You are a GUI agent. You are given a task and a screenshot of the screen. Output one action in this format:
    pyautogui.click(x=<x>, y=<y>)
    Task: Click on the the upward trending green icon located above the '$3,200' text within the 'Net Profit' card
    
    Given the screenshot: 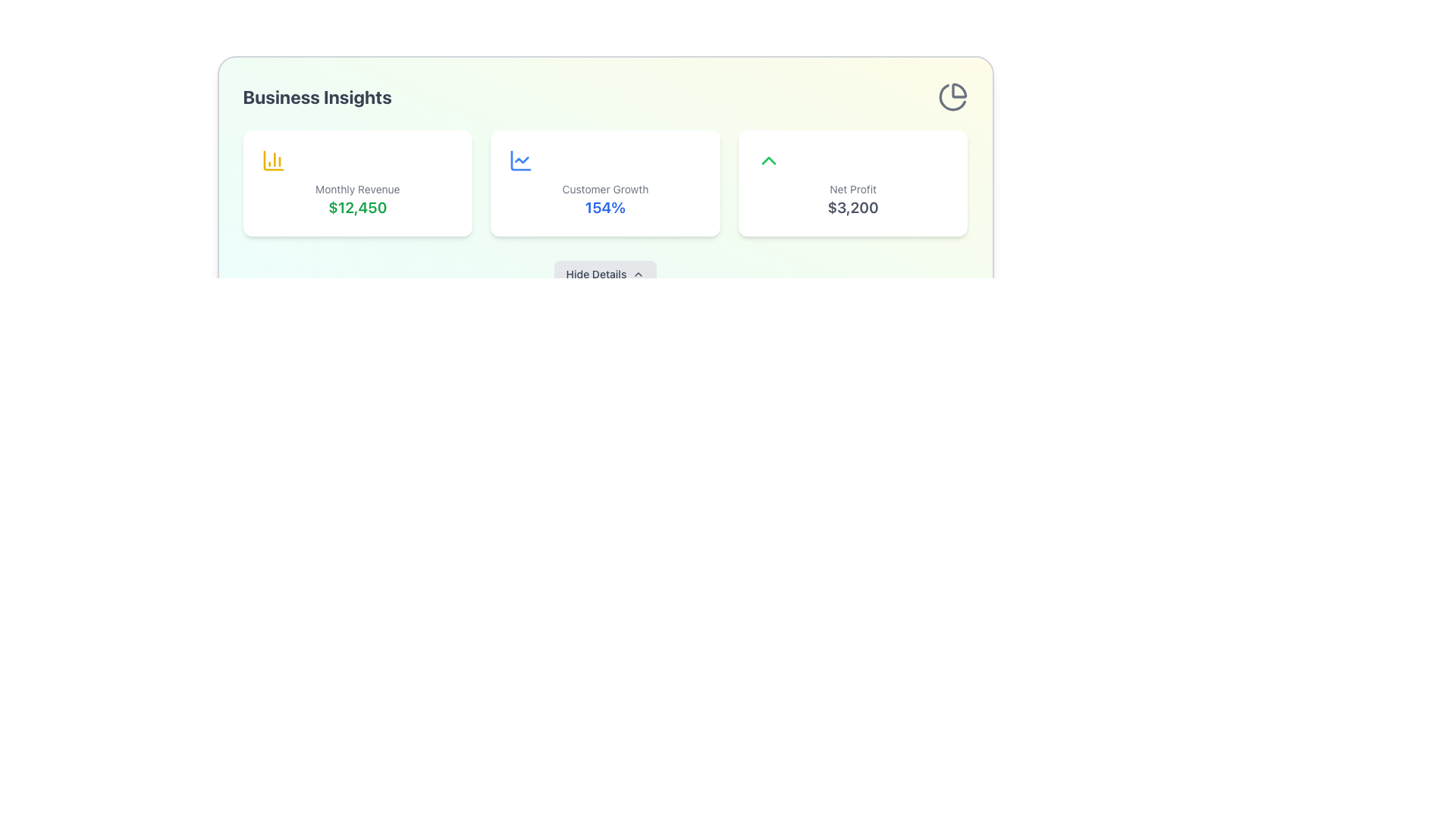 What is the action you would take?
    pyautogui.click(x=768, y=161)
    